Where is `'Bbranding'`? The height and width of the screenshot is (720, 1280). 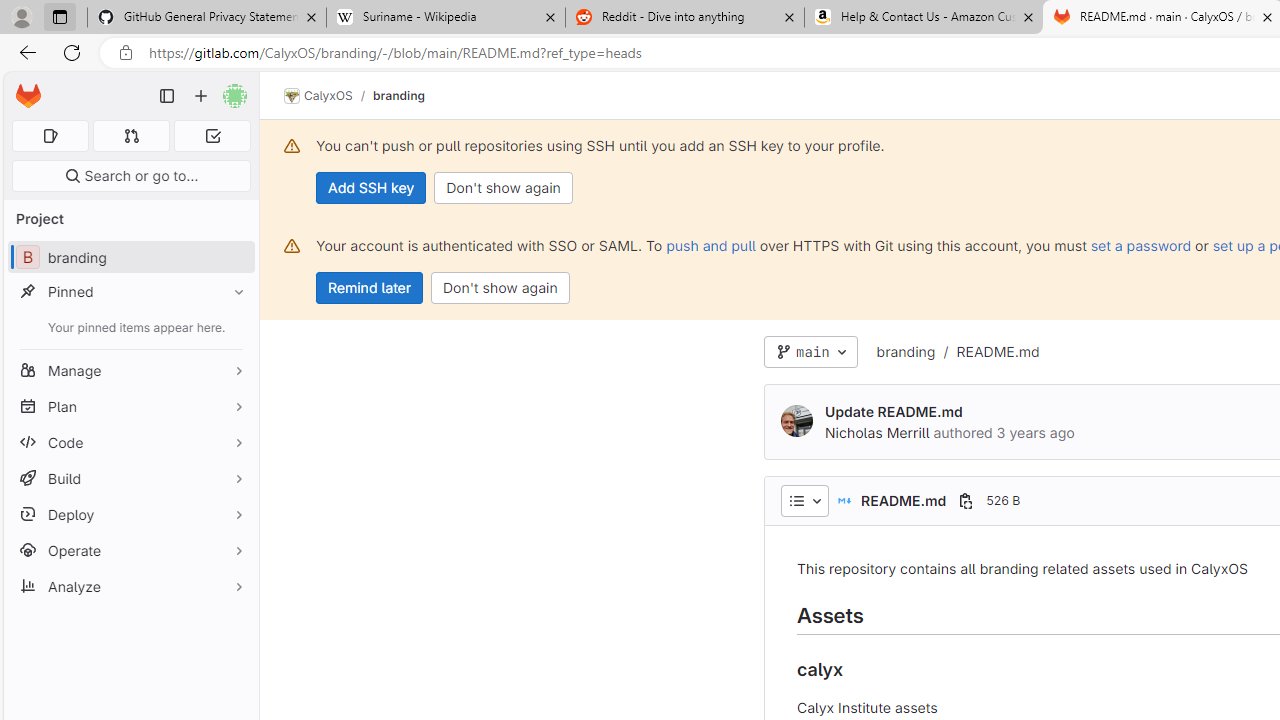 'Bbranding' is located at coordinates (130, 256).